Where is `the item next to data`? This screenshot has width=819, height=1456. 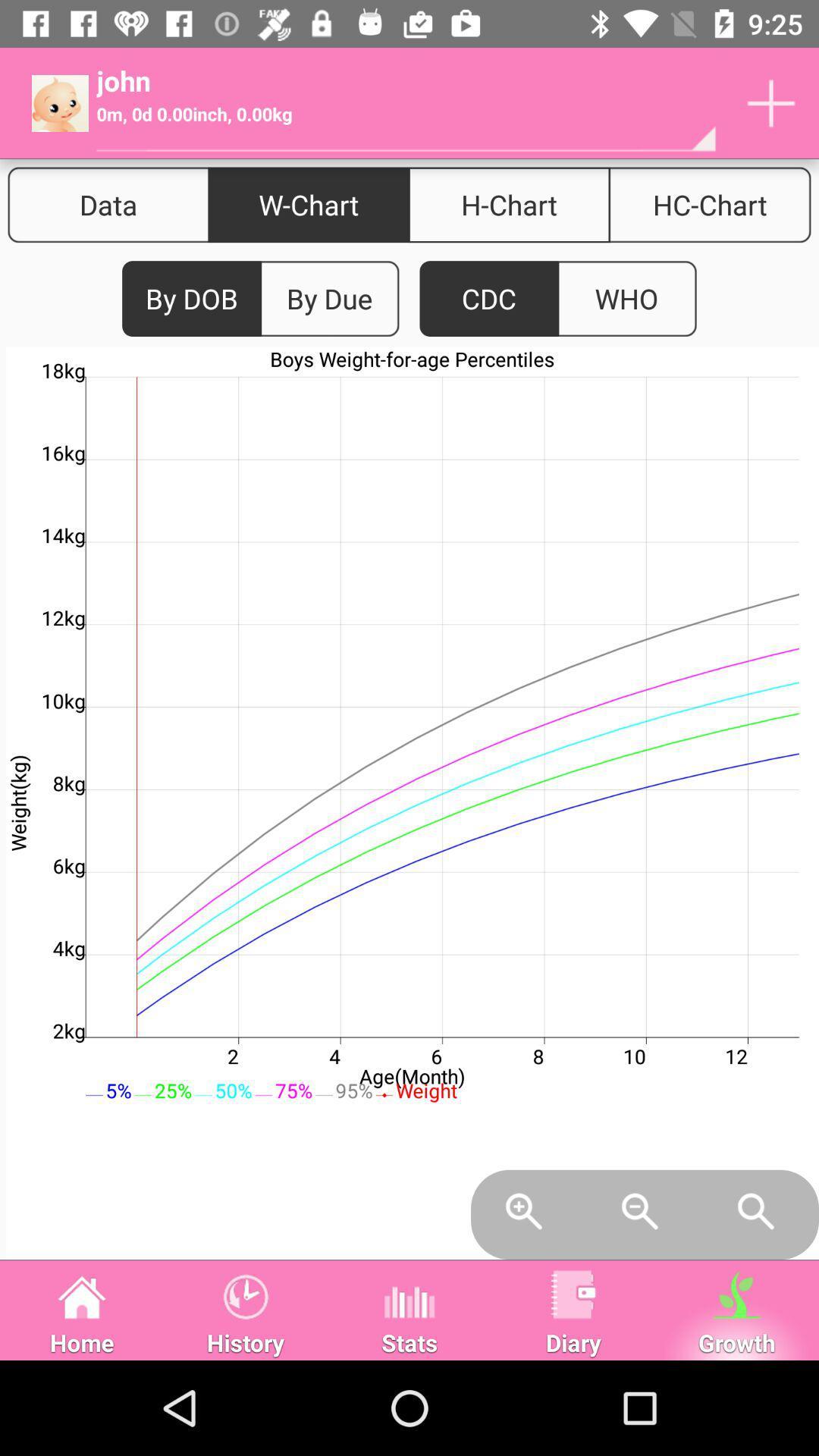 the item next to data is located at coordinates (308, 204).